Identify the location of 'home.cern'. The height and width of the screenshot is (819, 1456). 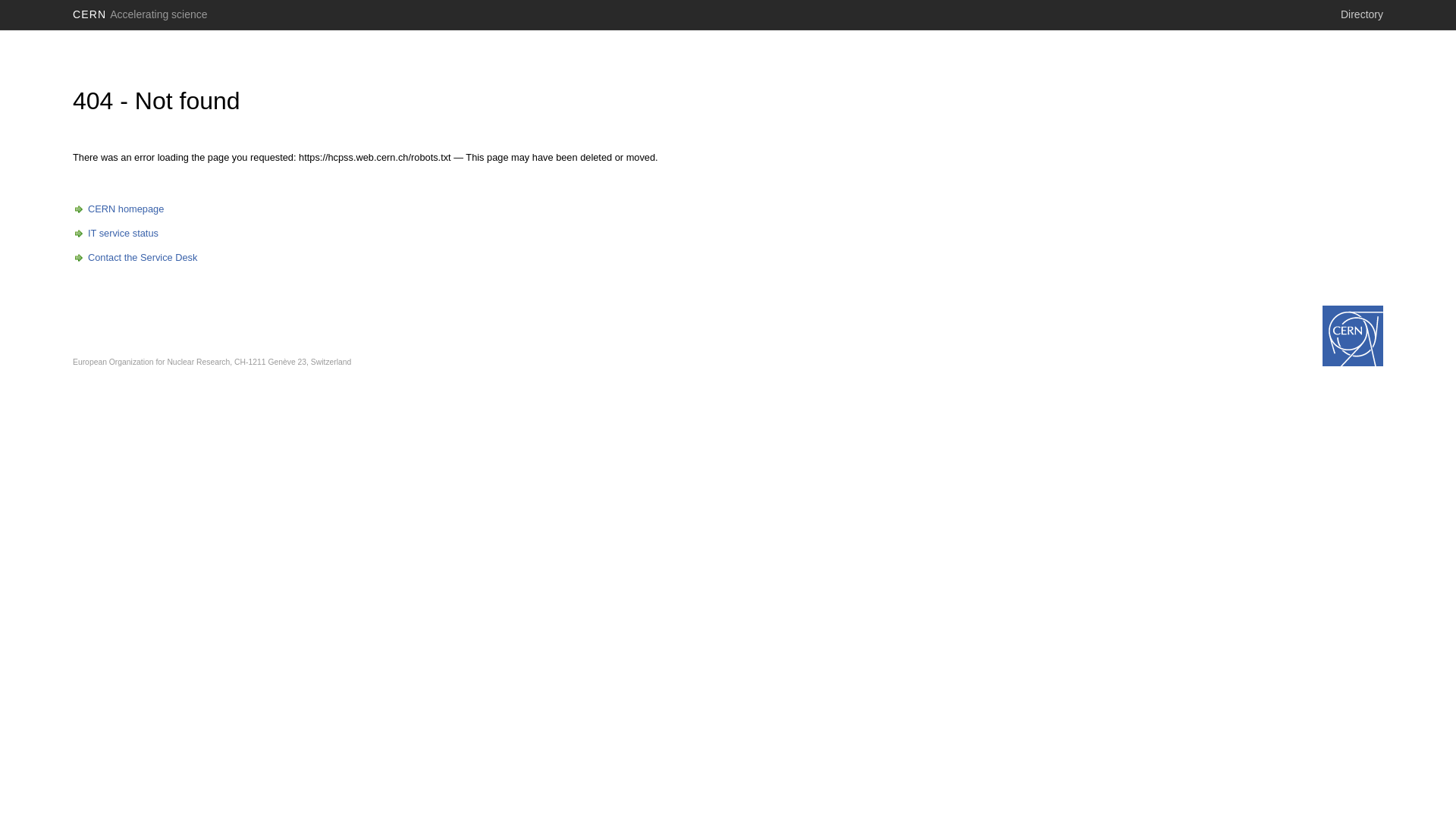
(1353, 335).